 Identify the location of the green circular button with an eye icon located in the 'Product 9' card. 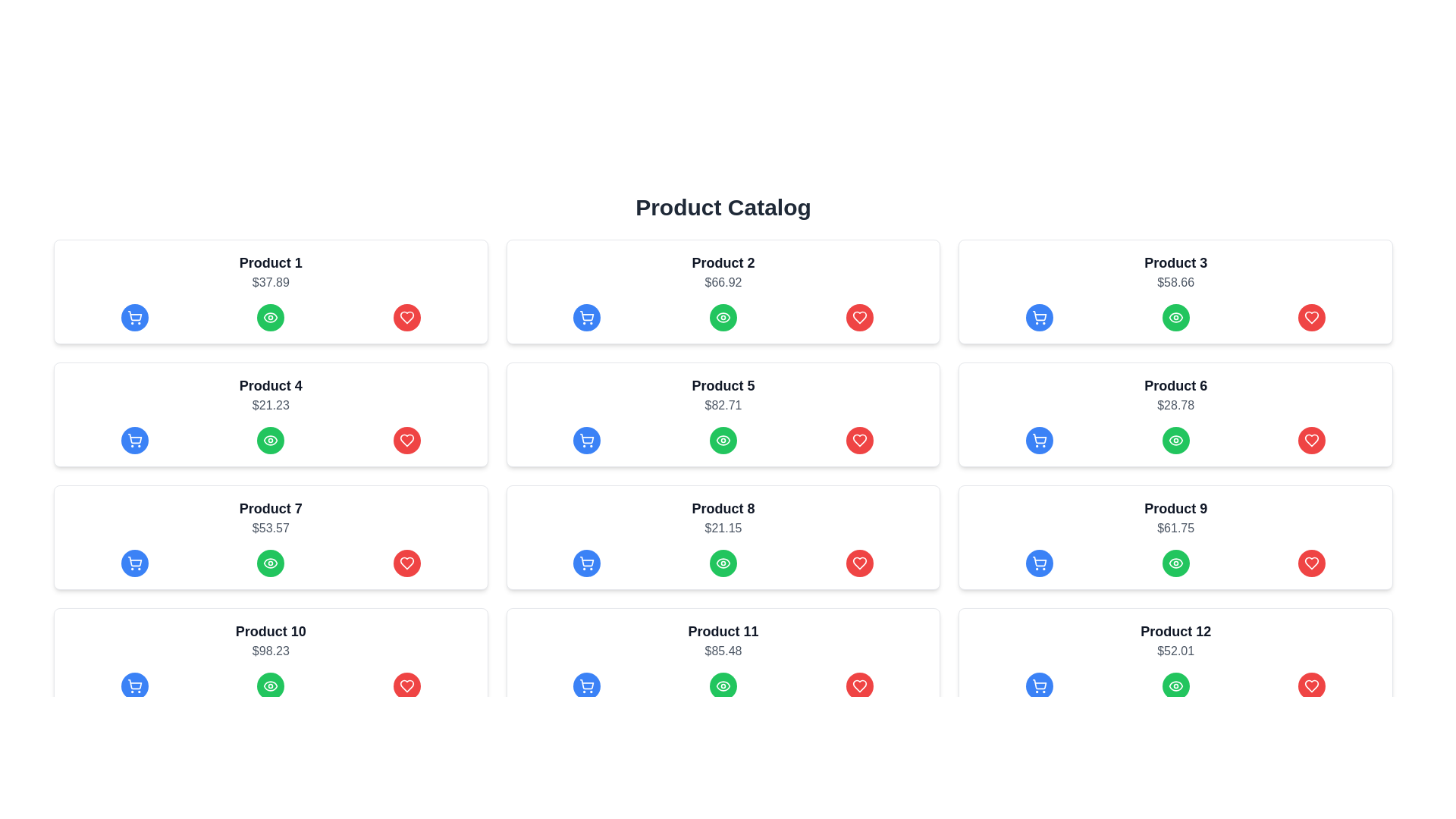
(1175, 563).